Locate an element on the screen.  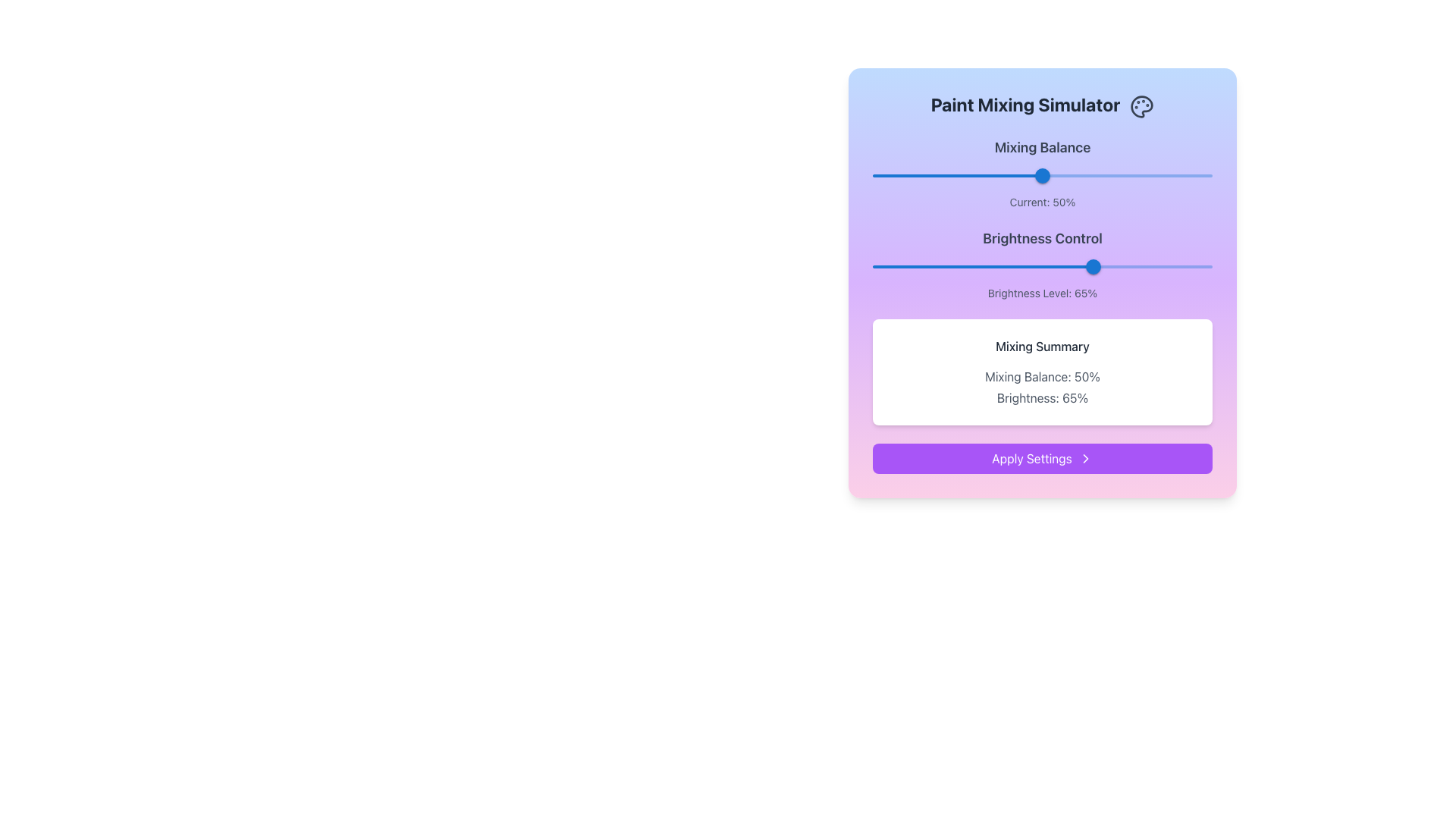
the filled portion of the 'Brightness Control' slider, which indicates a value from 0% to 65% is located at coordinates (983, 265).